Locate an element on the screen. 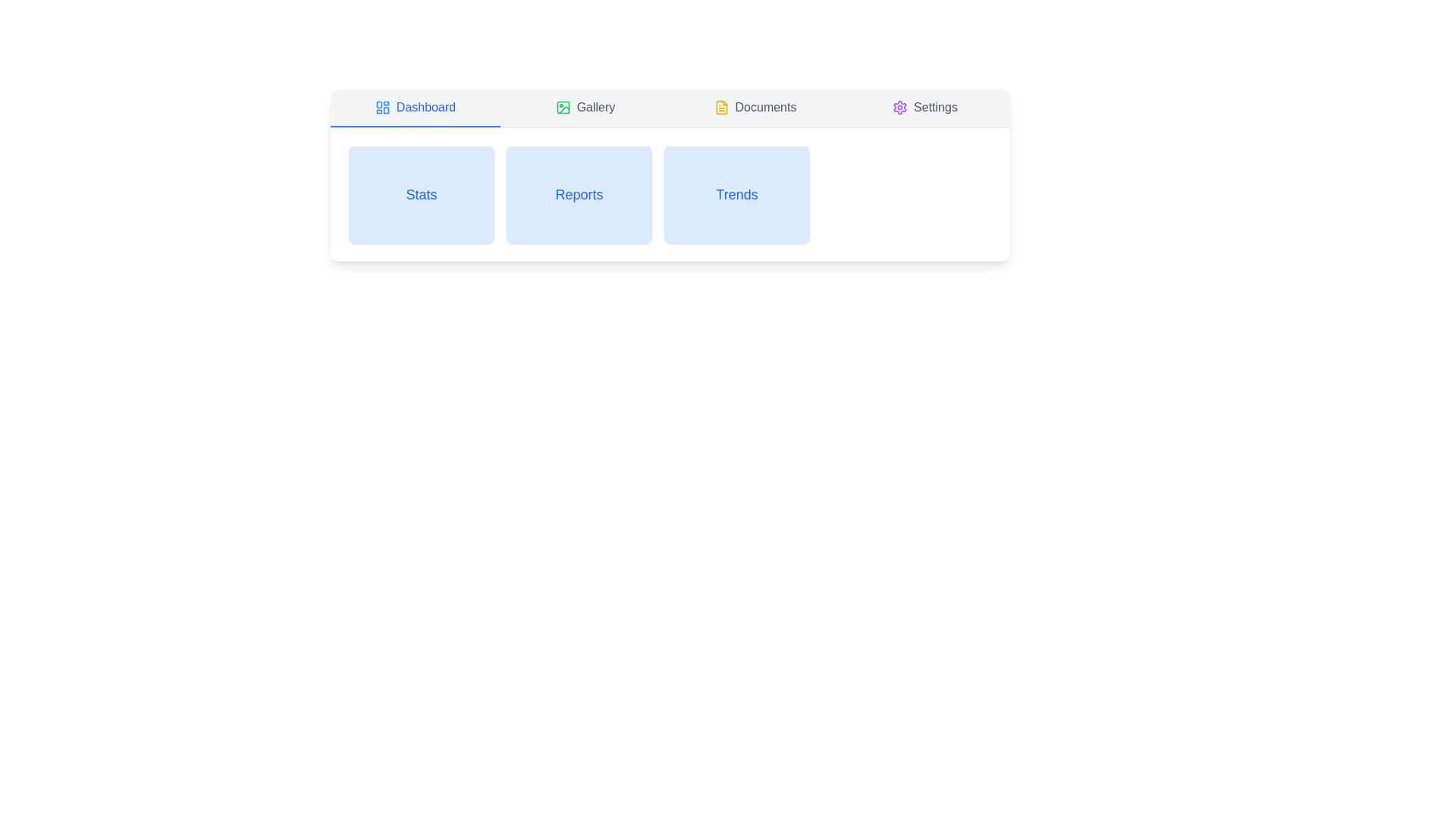 This screenshot has height=819, width=1456. the Navigation tab located at the top left of the interface is located at coordinates (415, 107).